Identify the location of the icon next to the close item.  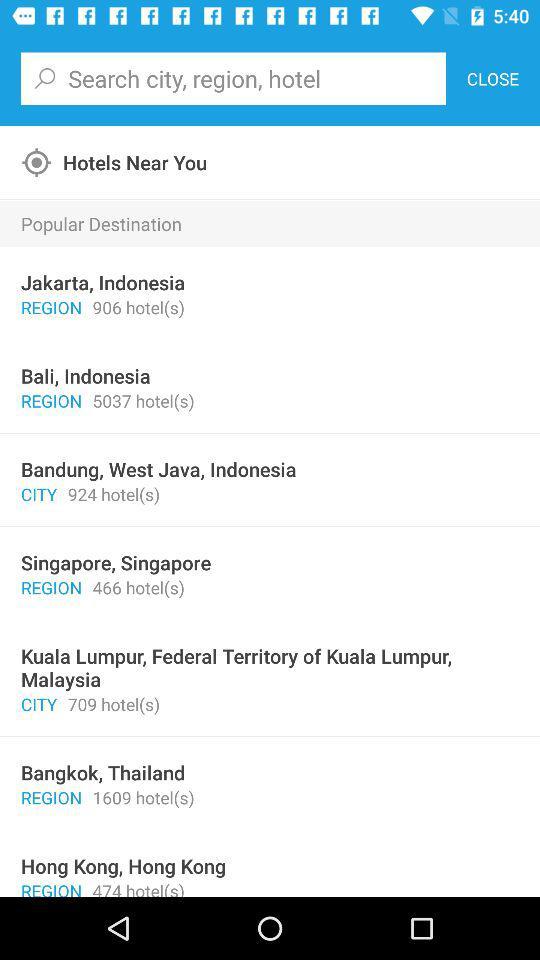
(232, 78).